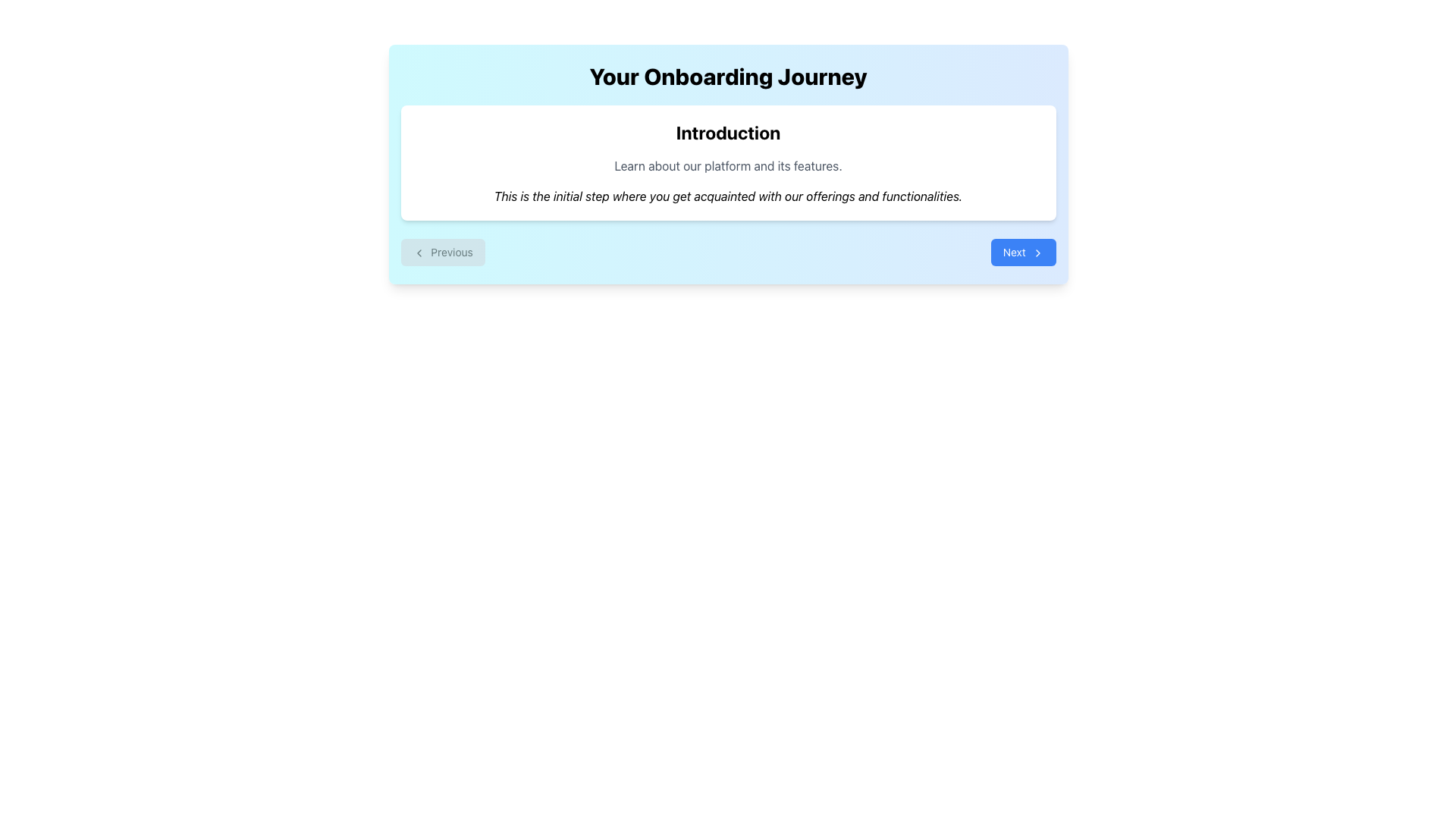 This screenshot has height=819, width=1456. What do you see at coordinates (728, 131) in the screenshot?
I see `the heading that introduces the section about the platform and its features` at bounding box center [728, 131].